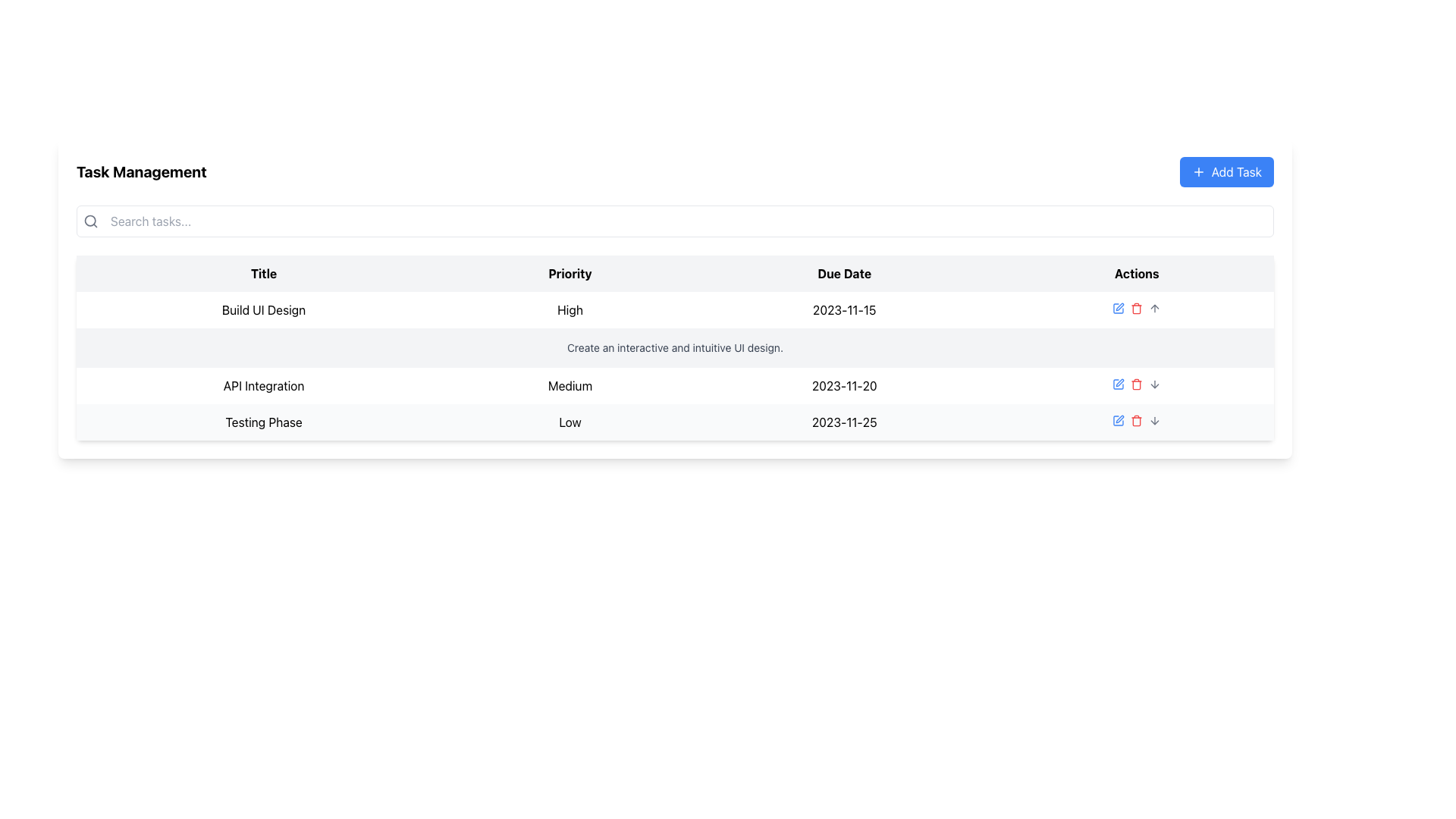 Image resolution: width=1456 pixels, height=819 pixels. Describe the element at coordinates (263, 422) in the screenshot. I see `the 'Testing Phase' text element in the 'Title' column to focus on it` at that location.